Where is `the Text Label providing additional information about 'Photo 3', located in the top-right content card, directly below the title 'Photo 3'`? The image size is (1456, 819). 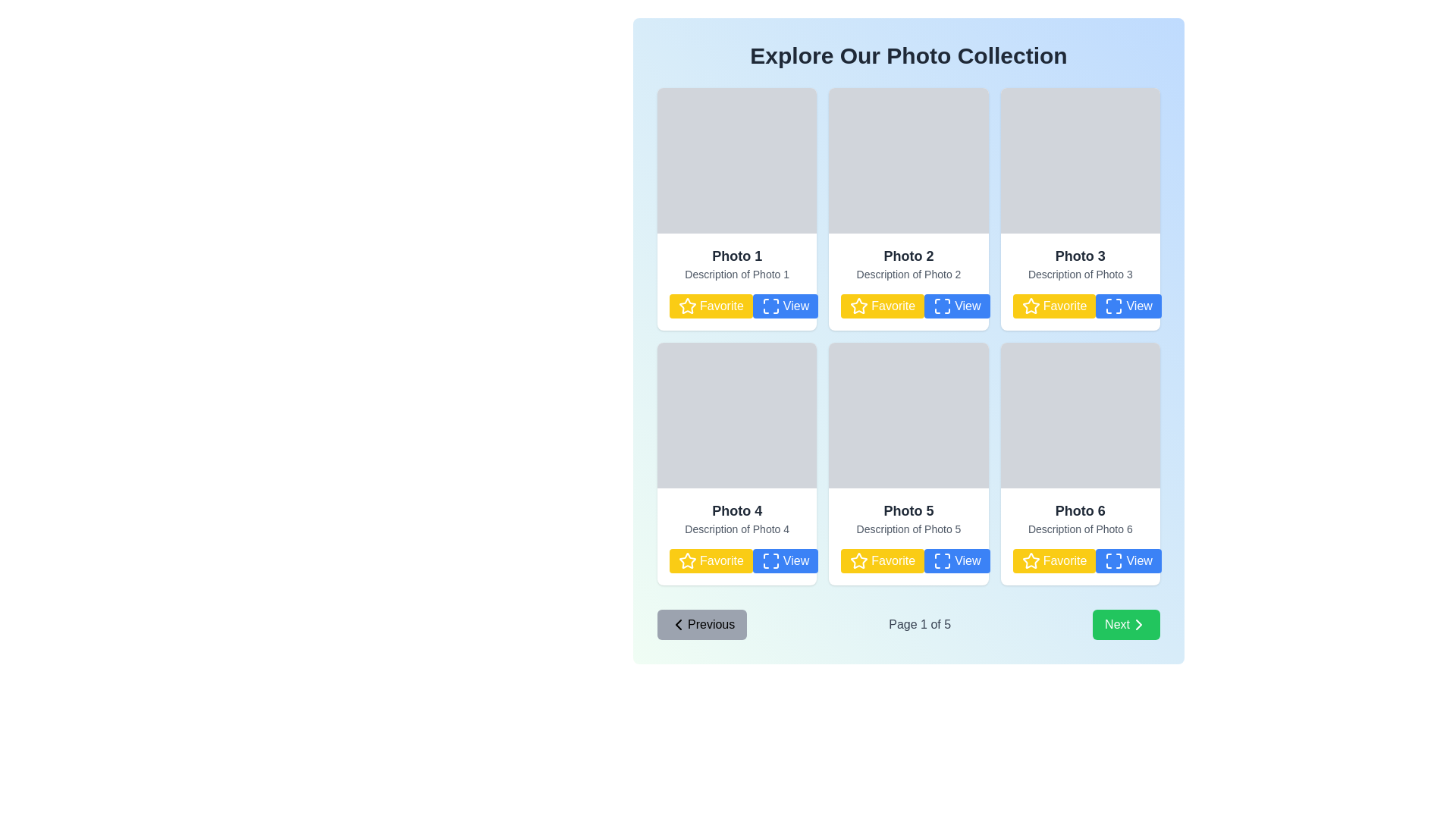
the Text Label providing additional information about 'Photo 3', located in the top-right content card, directly below the title 'Photo 3' is located at coordinates (1079, 275).